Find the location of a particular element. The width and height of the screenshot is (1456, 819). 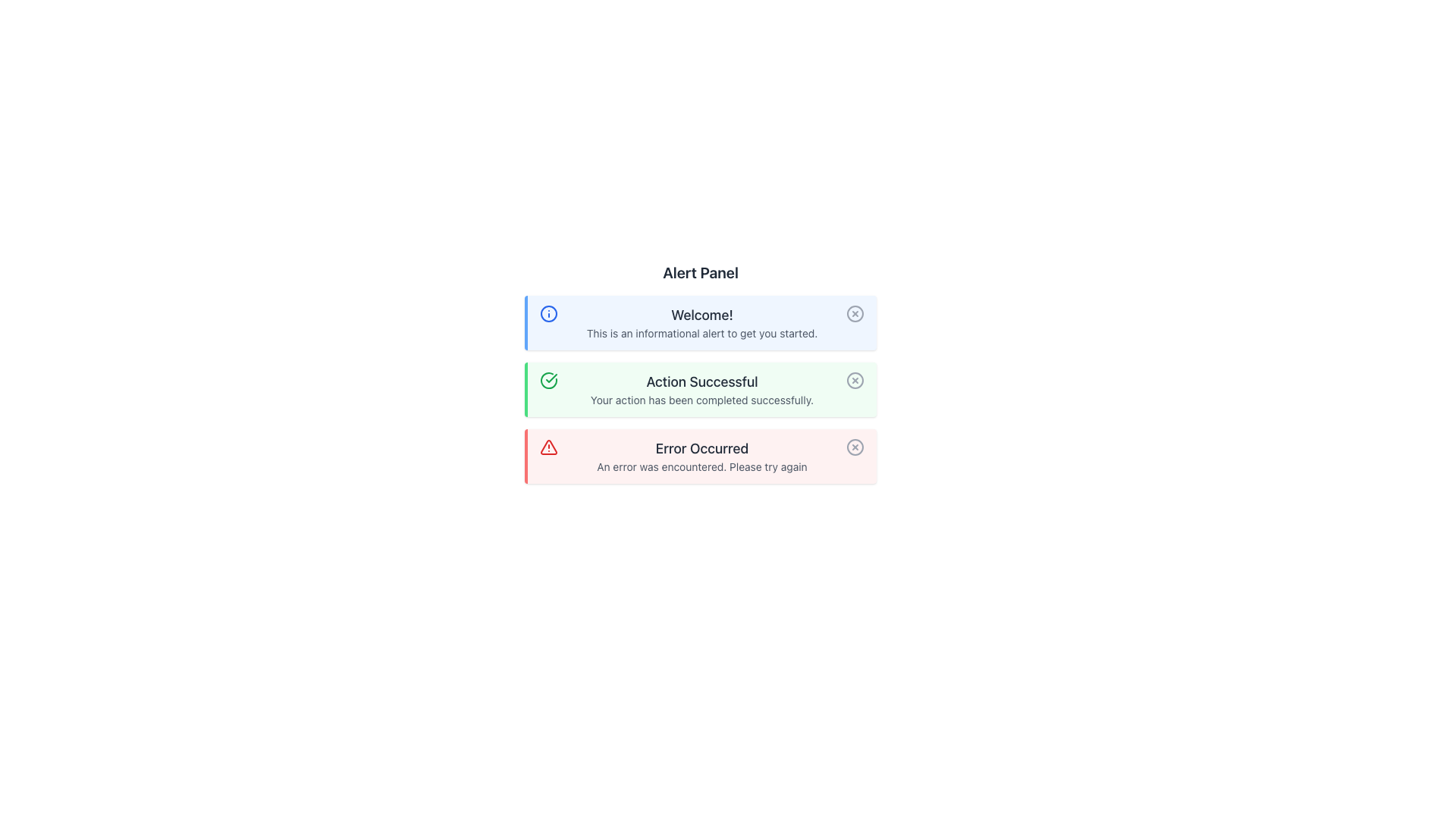

descriptive text in the warning message box titled 'Error Occurred' that states 'An error was encountered. Please try again' is located at coordinates (700, 455).